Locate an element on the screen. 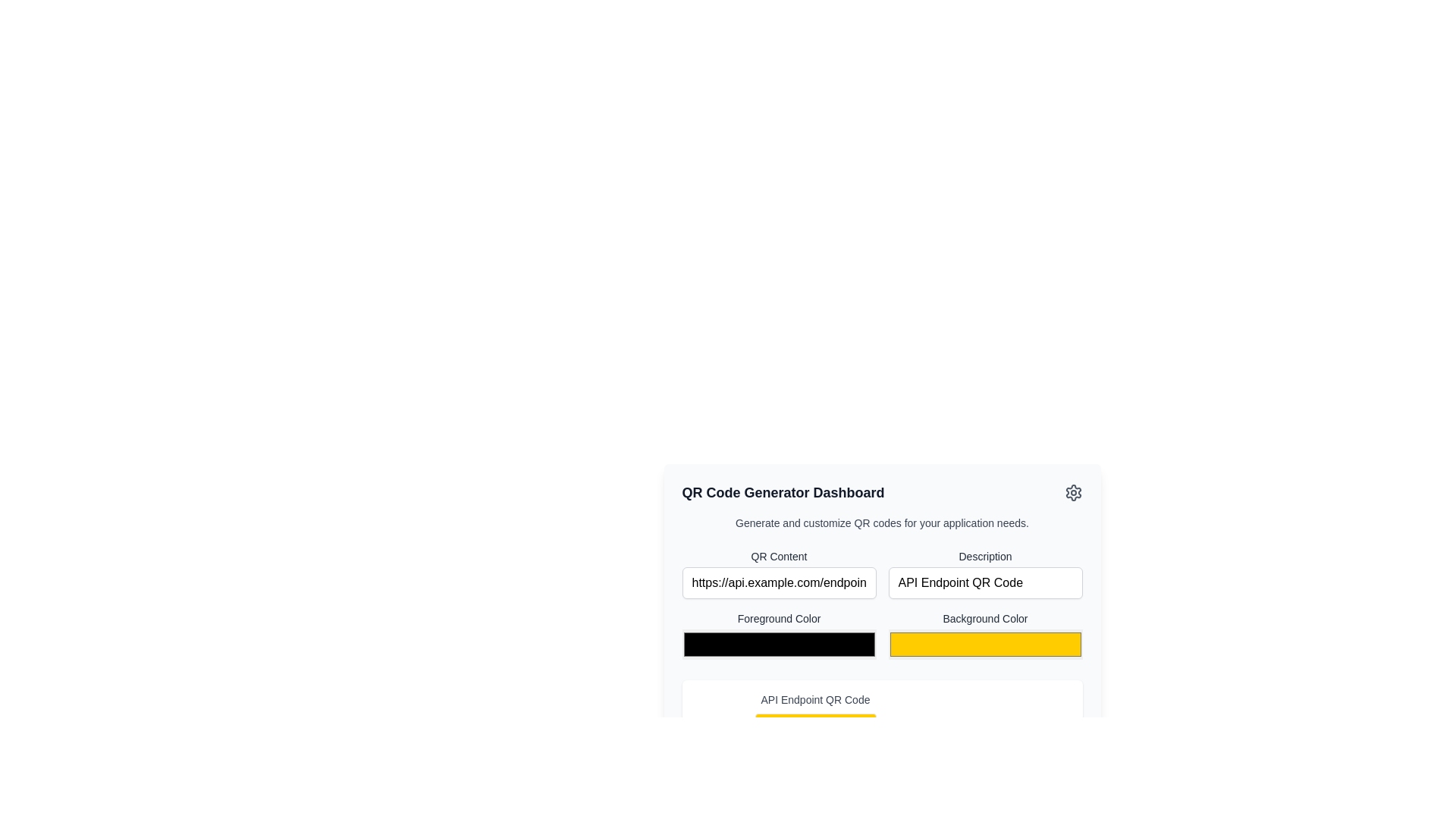 Image resolution: width=1456 pixels, height=819 pixels. the Color Picker Input Field labeled 'Foreground Color' is located at coordinates (779, 636).